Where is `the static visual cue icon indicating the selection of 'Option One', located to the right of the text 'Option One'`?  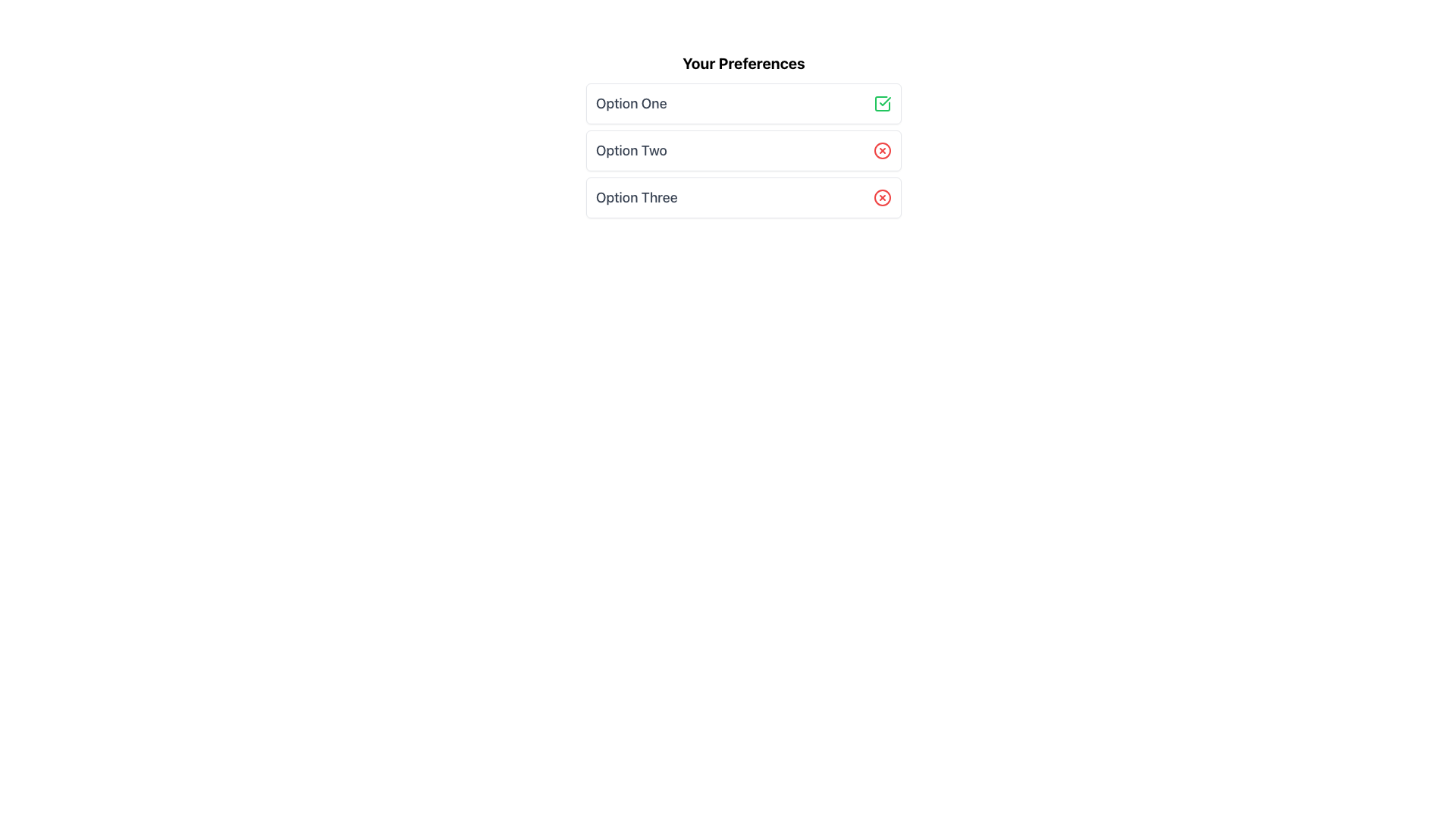
the static visual cue icon indicating the selection of 'Option One', located to the right of the text 'Option One' is located at coordinates (882, 103).